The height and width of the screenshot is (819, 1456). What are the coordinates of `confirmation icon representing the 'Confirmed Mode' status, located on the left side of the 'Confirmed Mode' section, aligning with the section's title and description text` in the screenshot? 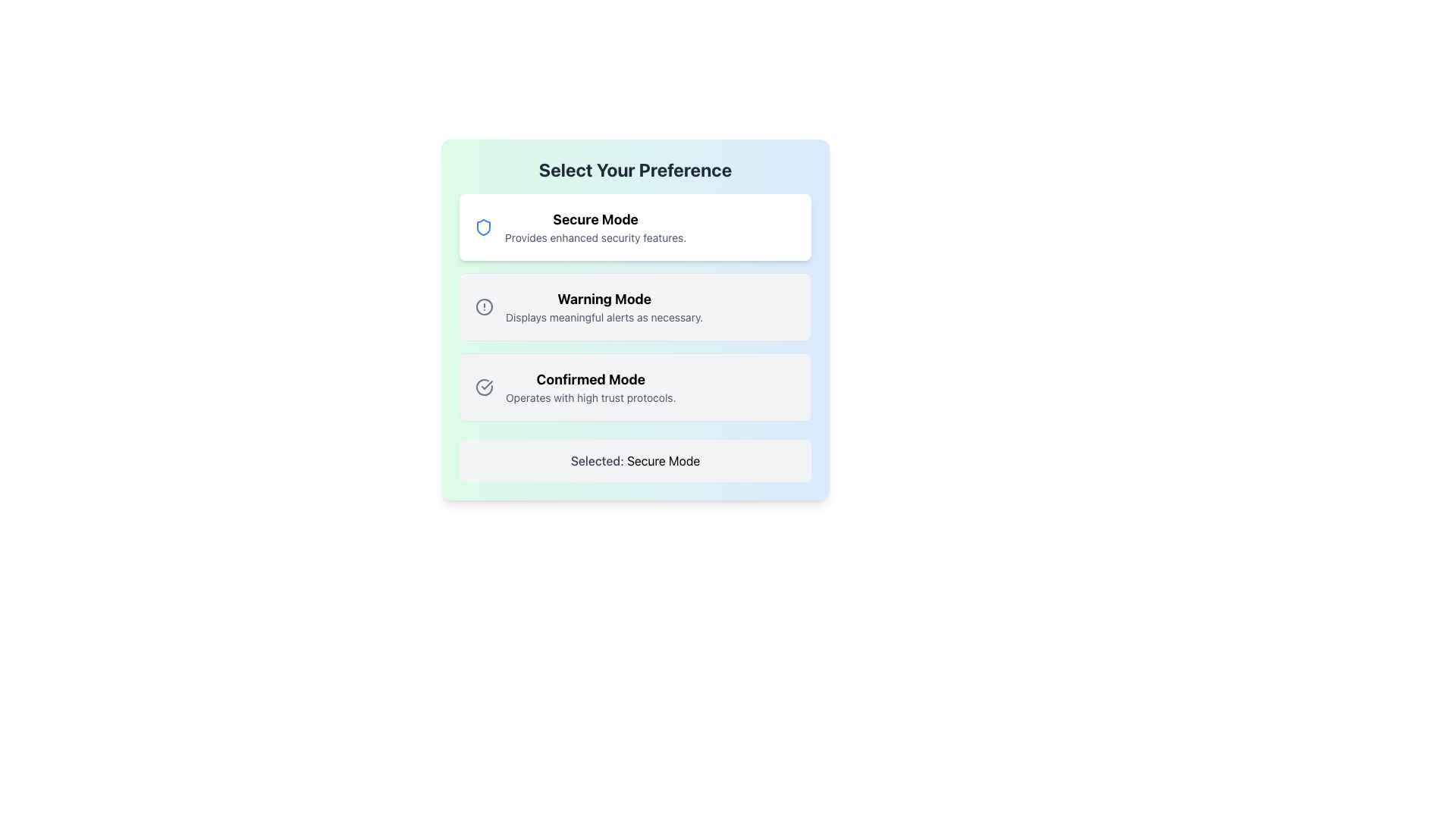 It's located at (483, 386).